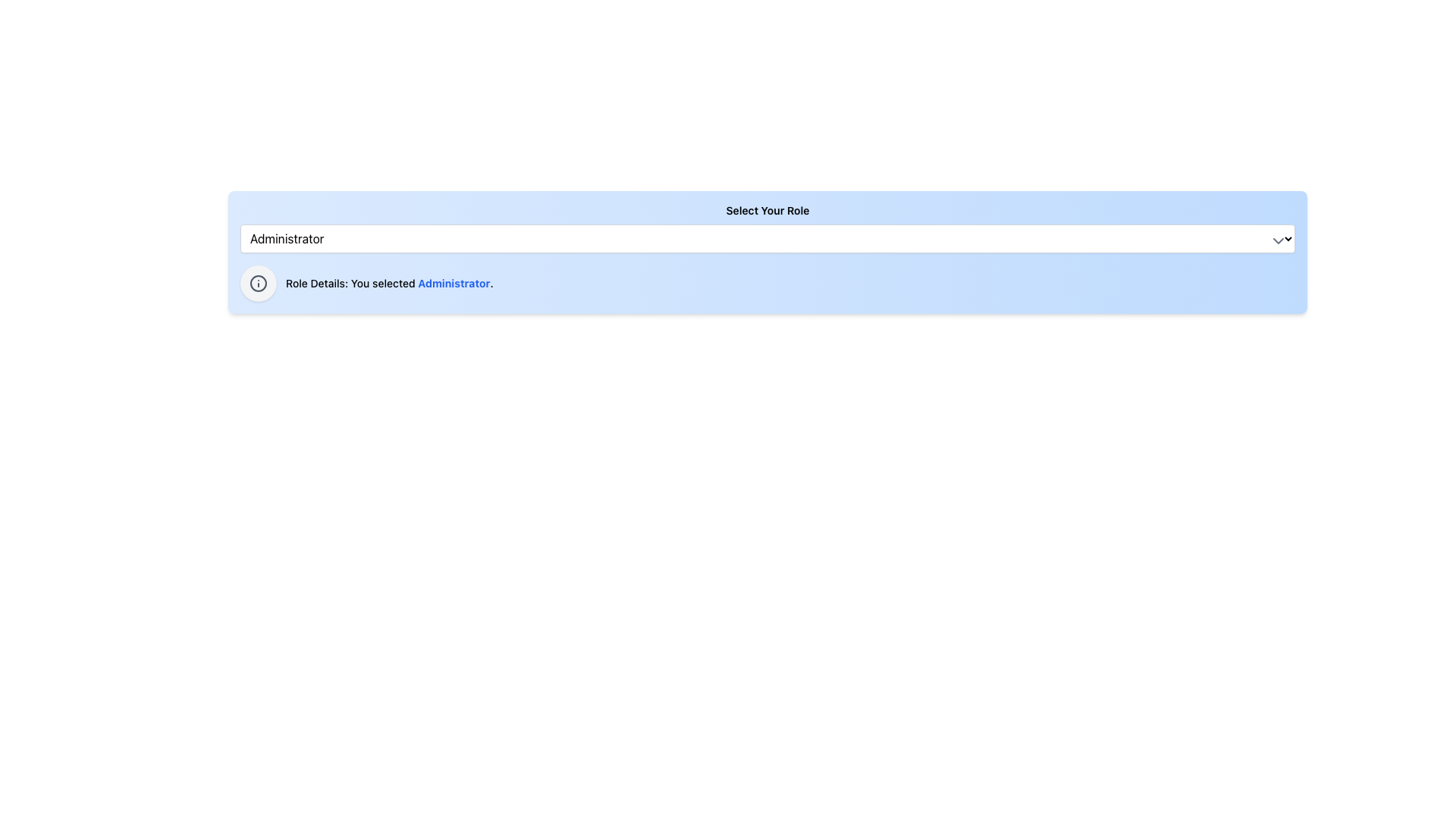  What do you see at coordinates (453, 283) in the screenshot?
I see `the Text Label that displays the currently selected user role, located near the bottom-left corner of the visible area` at bounding box center [453, 283].